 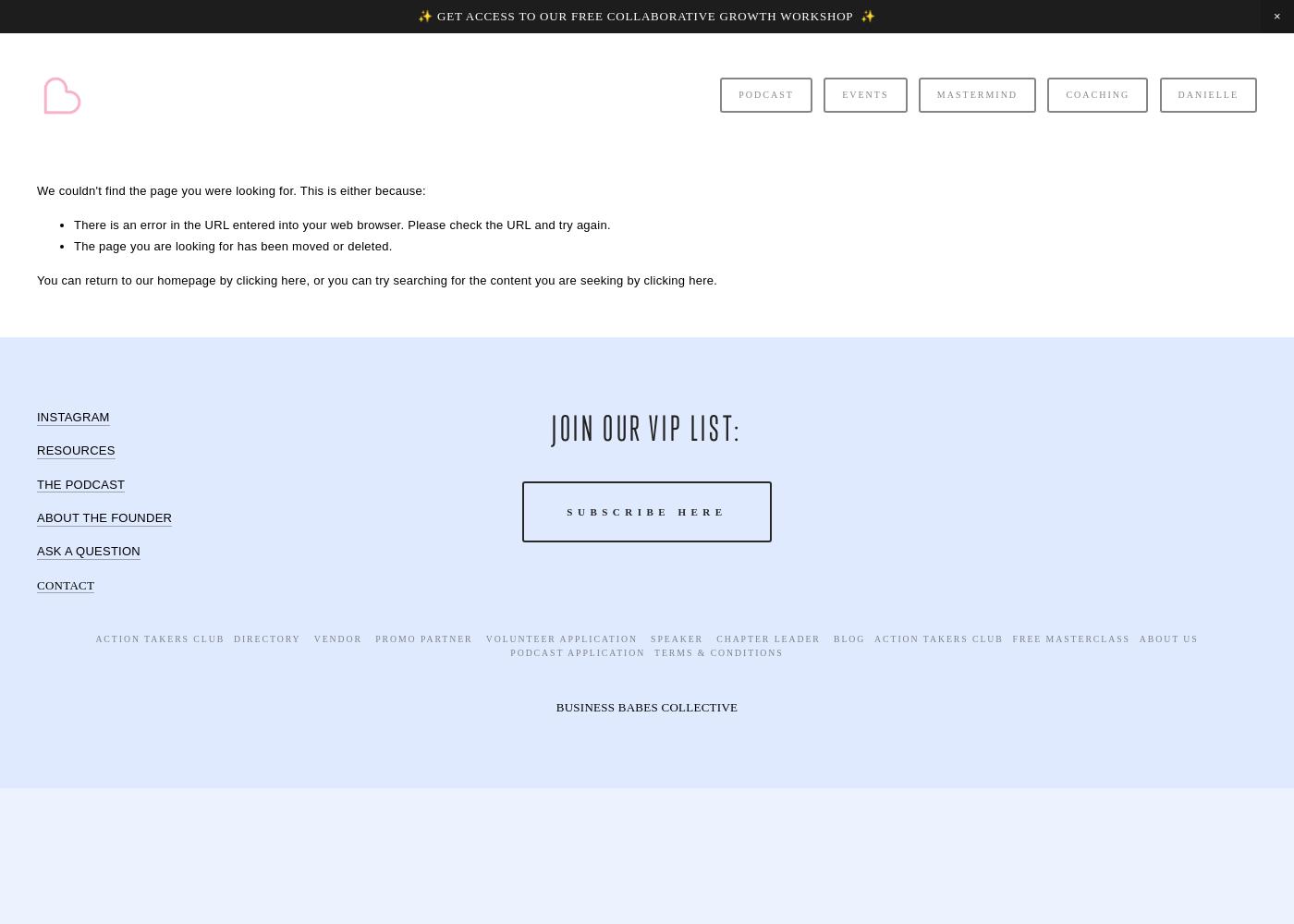 I want to click on 'Blog', so click(x=848, y=638).